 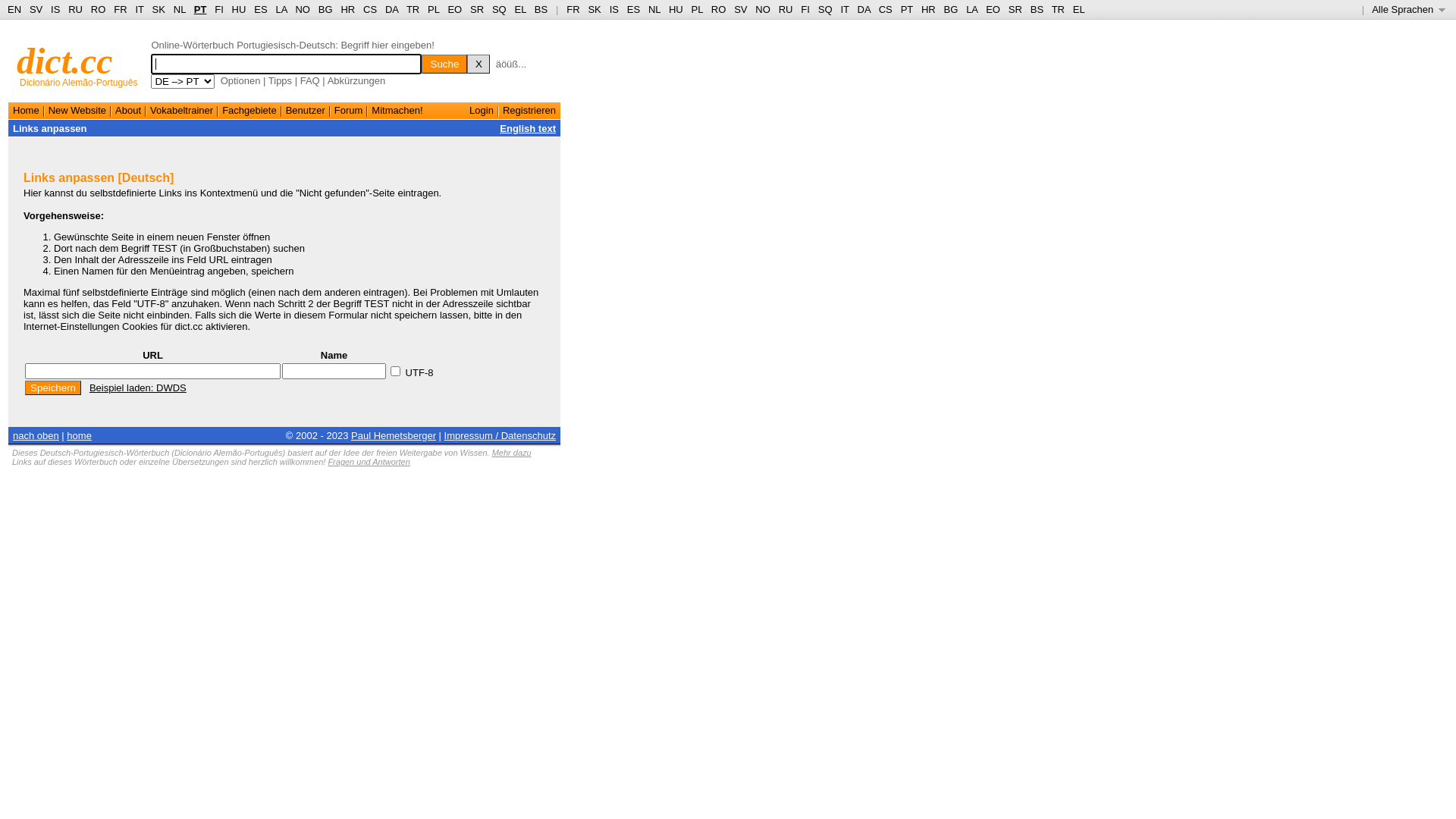 What do you see at coordinates (36, 435) in the screenshot?
I see `'nach oben'` at bounding box center [36, 435].